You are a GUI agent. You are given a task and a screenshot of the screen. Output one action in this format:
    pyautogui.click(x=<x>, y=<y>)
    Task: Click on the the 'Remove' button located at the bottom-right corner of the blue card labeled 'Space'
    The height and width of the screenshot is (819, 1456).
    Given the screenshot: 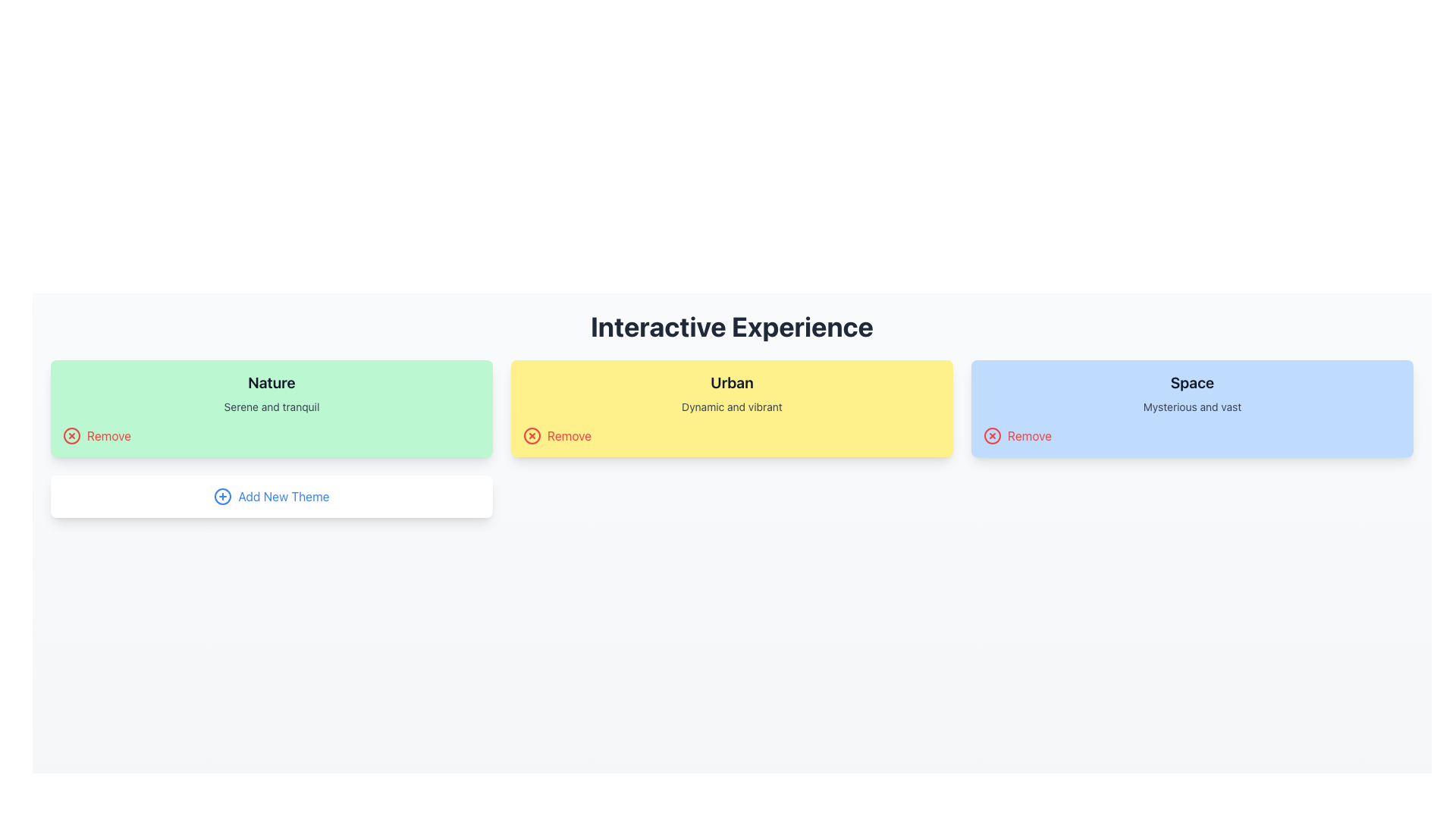 What is the action you would take?
    pyautogui.click(x=1018, y=435)
    